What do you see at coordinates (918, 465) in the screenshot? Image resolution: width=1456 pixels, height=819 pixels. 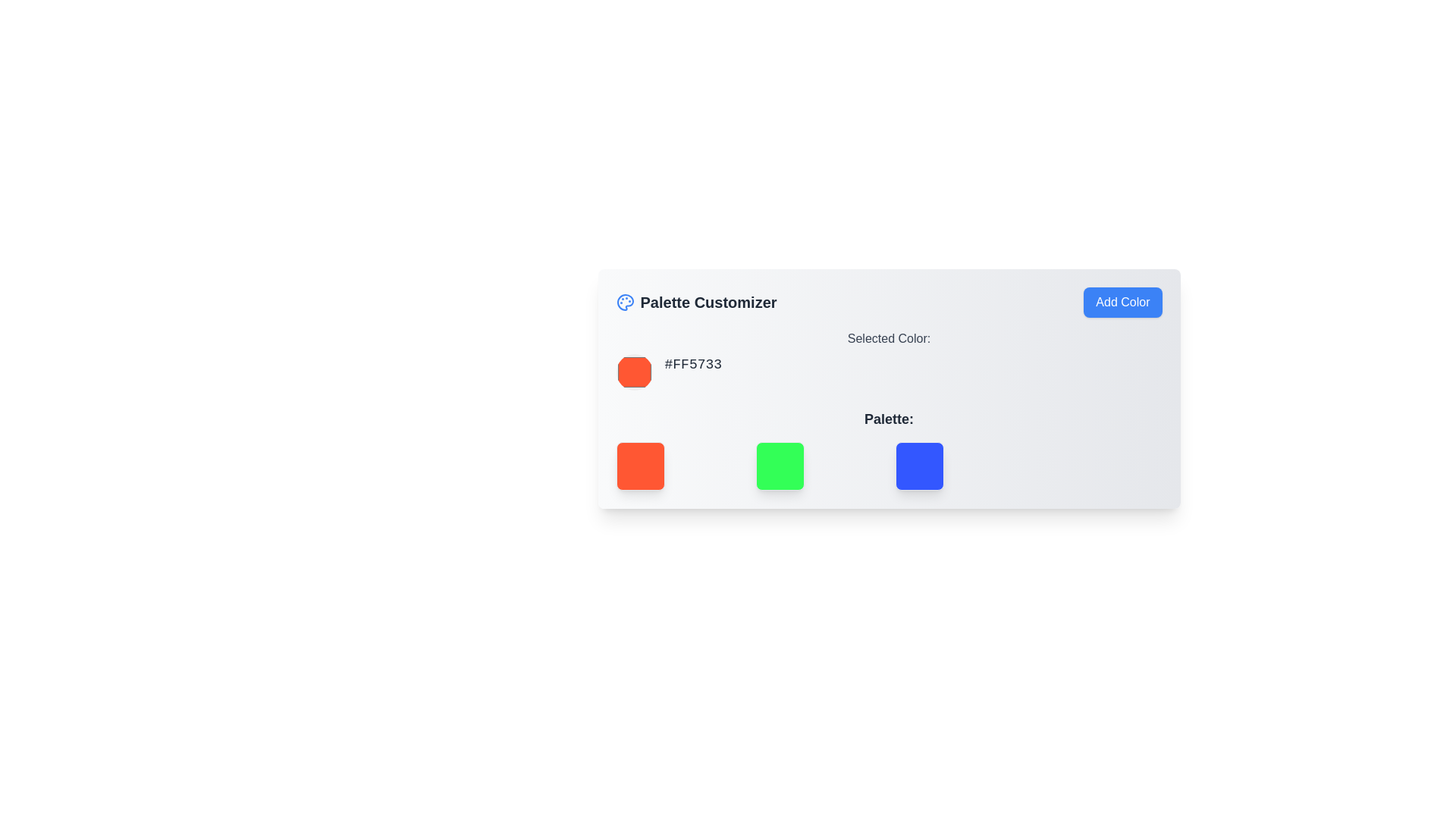 I see `the third square in the color selection palette, which is located in the bottom-right area of the palette customization card, just to the left of the 'Add Color' button` at bounding box center [918, 465].